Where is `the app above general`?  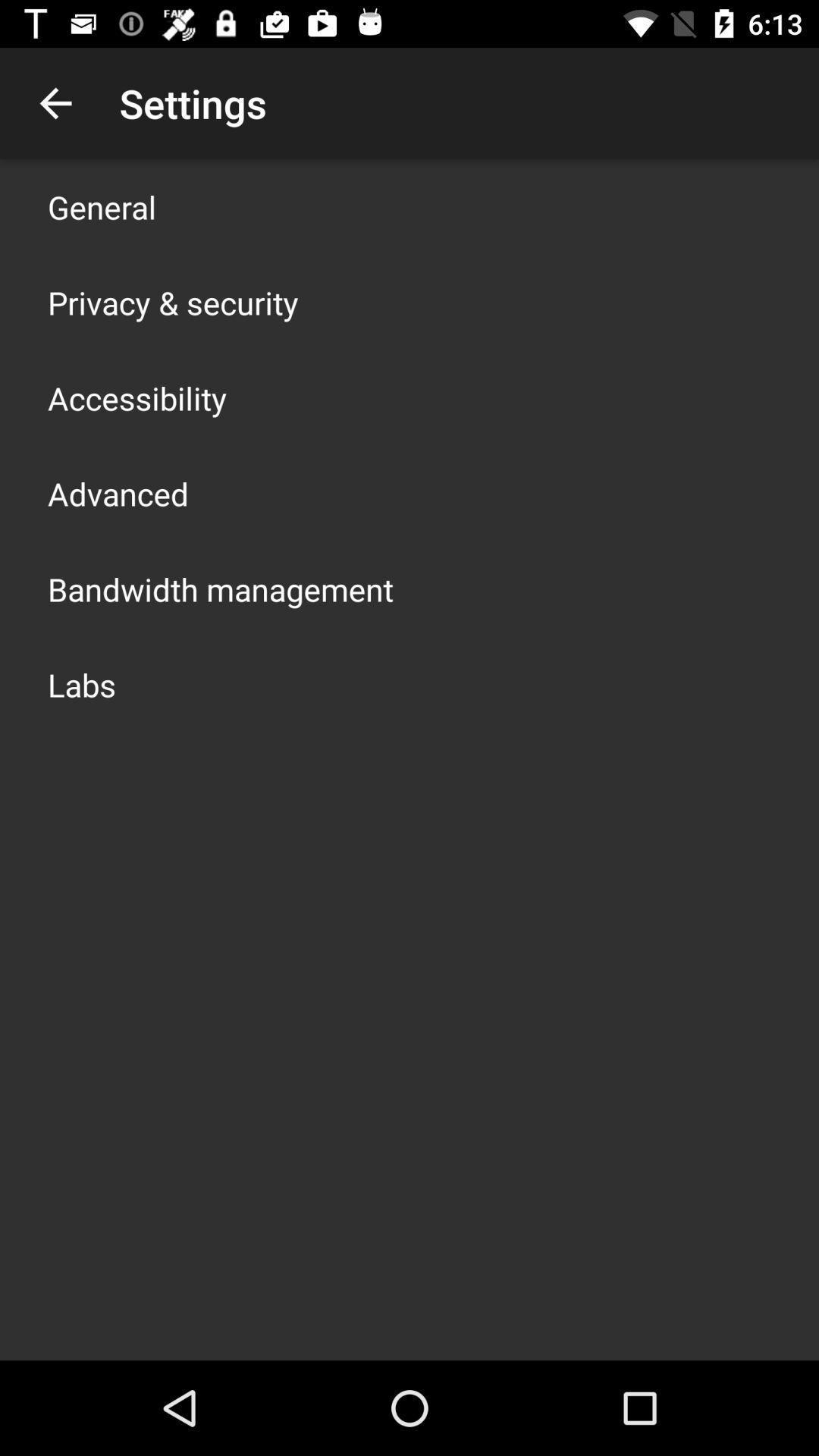
the app above general is located at coordinates (55, 102).